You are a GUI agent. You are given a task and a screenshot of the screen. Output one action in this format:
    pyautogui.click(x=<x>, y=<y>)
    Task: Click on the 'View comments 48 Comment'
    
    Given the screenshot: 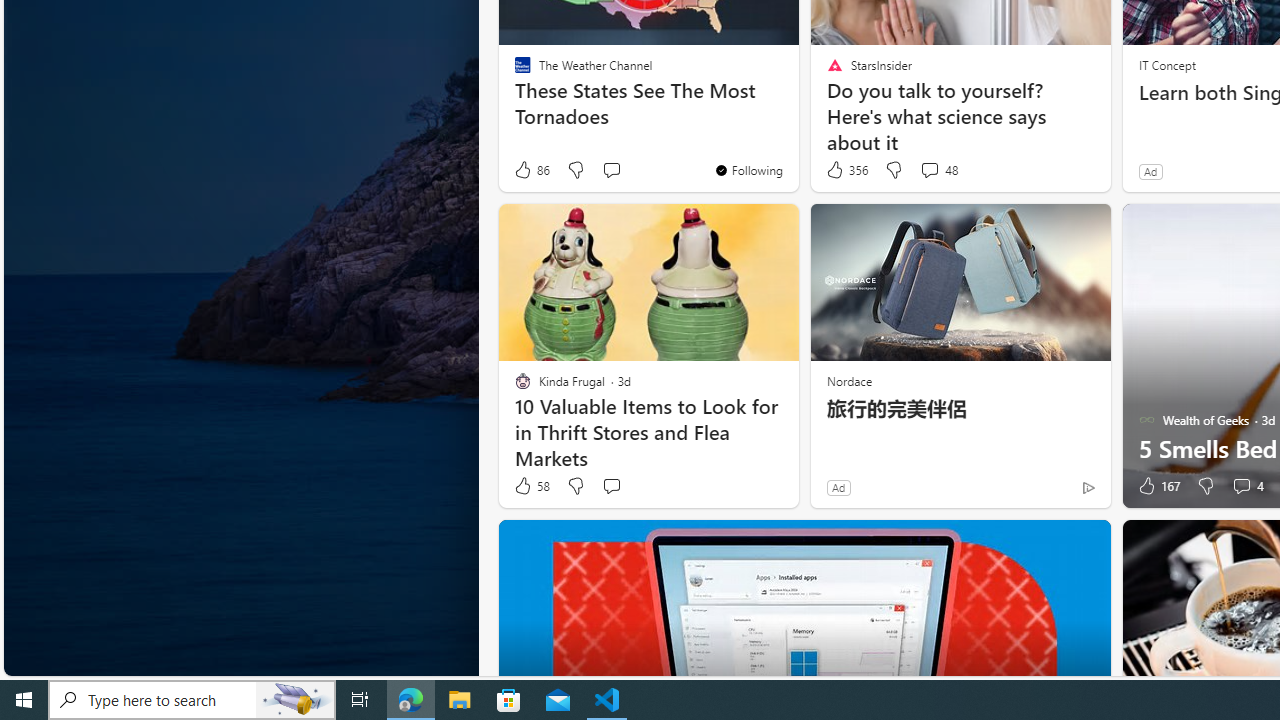 What is the action you would take?
    pyautogui.click(x=928, y=168)
    